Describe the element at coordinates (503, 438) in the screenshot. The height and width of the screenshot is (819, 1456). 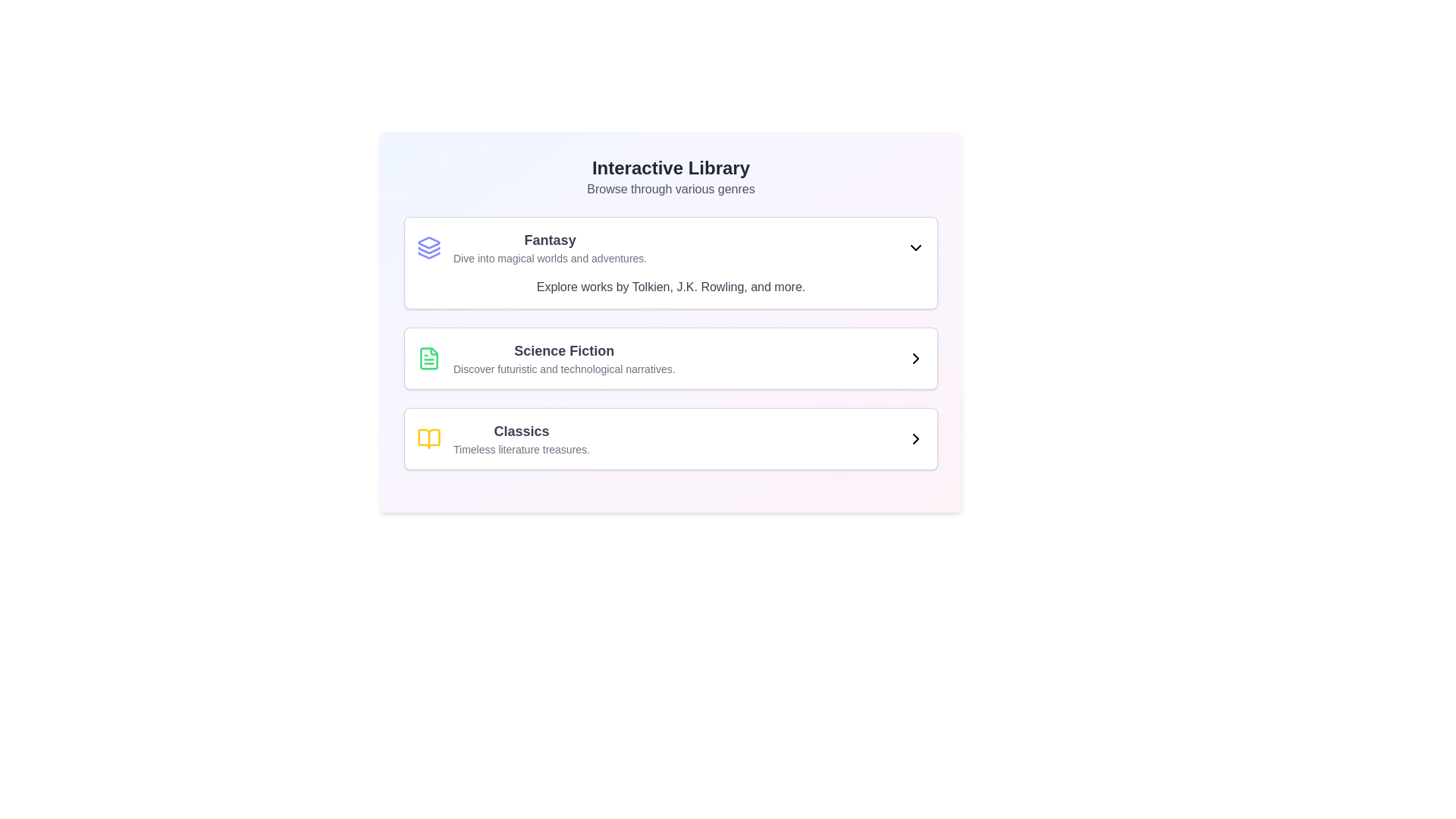
I see `the 'Classics' list item, which features a yellow book icon and includes the title 'Classics' in bold gray text and a subtitle in lighter gray` at that location.